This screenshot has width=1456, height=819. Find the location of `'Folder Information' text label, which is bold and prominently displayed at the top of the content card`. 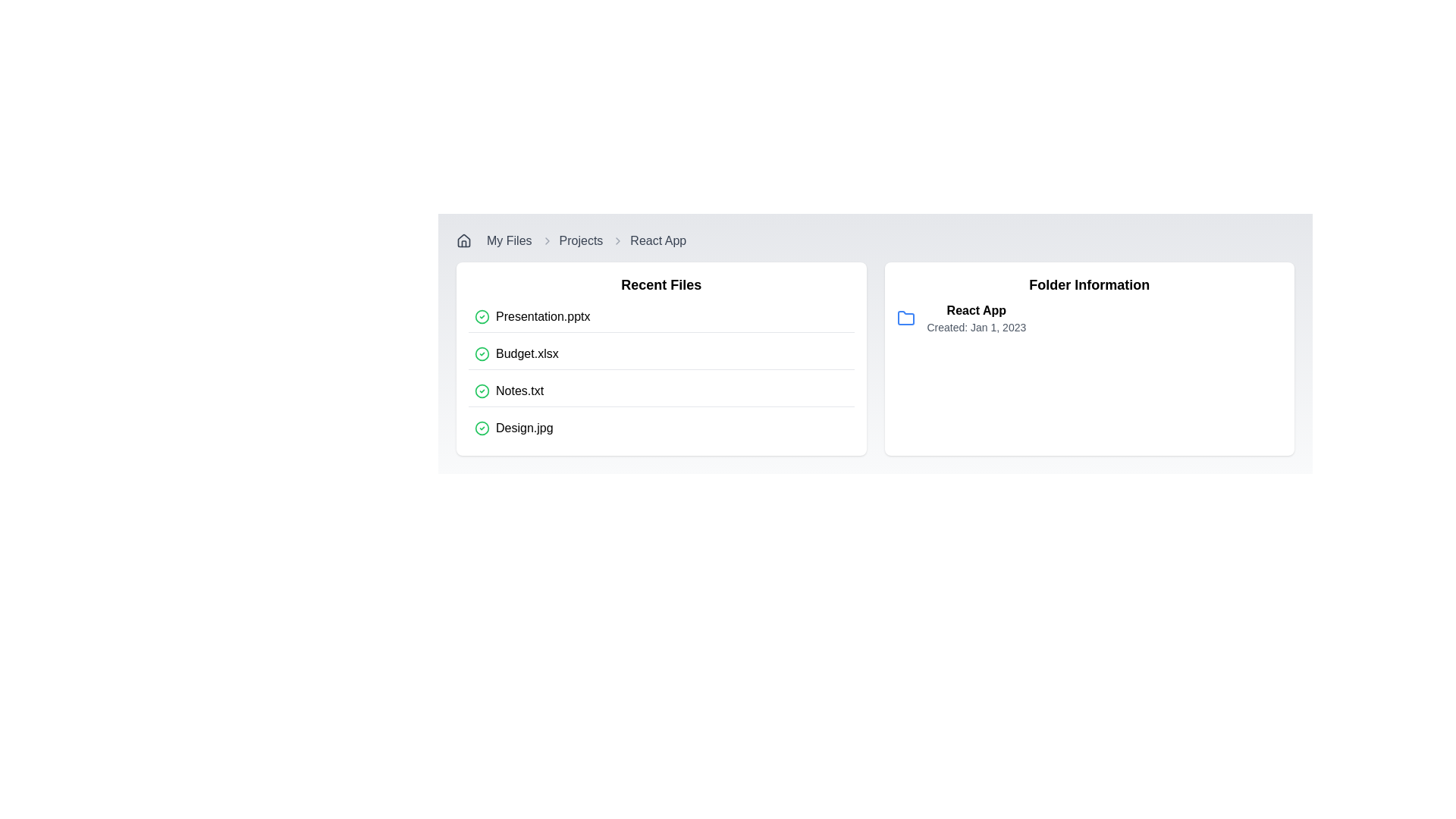

'Folder Information' text label, which is bold and prominently displayed at the top of the content card is located at coordinates (1088, 284).